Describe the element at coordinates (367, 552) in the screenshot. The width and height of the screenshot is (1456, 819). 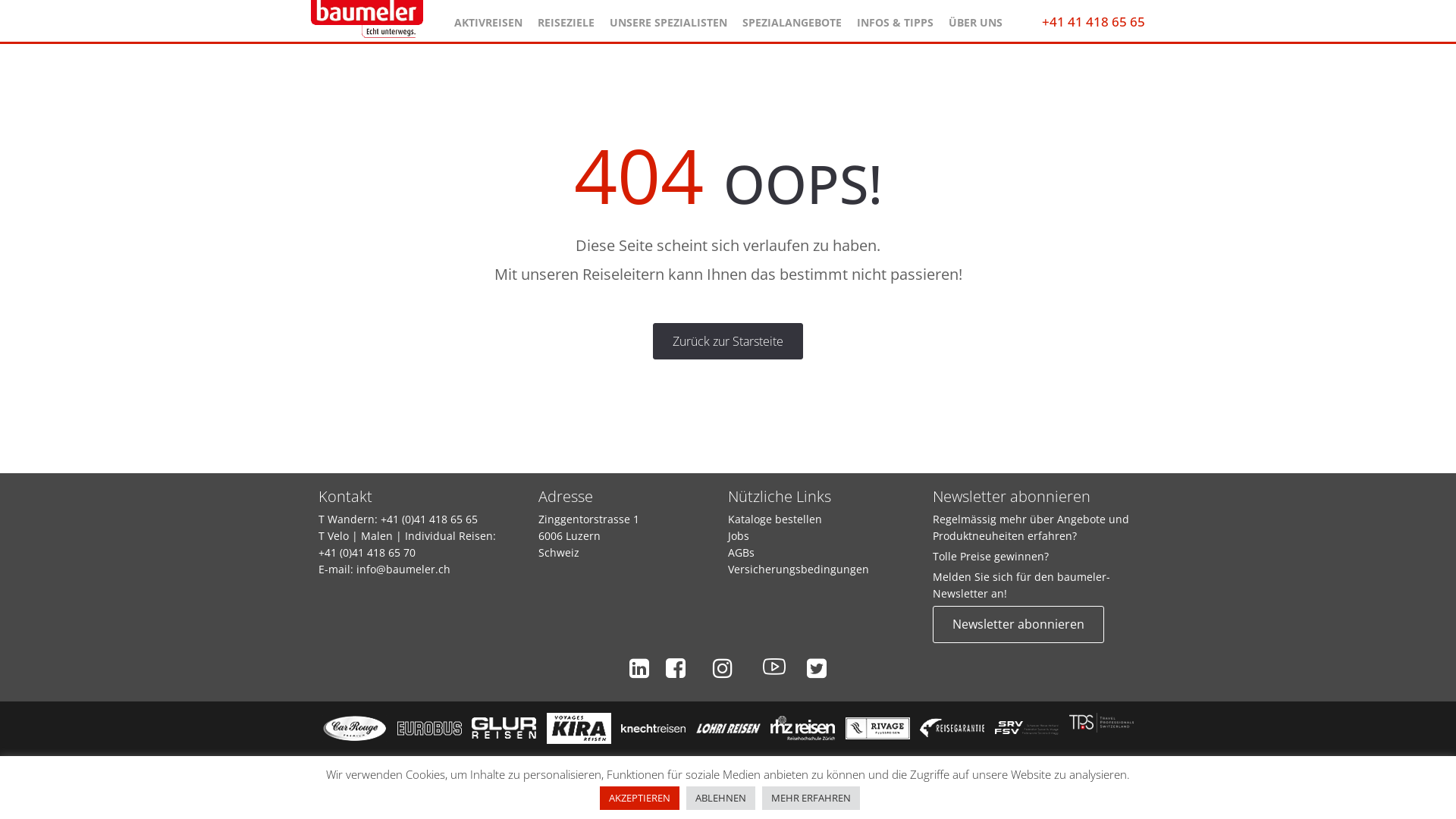
I see `'+41 (0)41 418 65 70'` at that location.